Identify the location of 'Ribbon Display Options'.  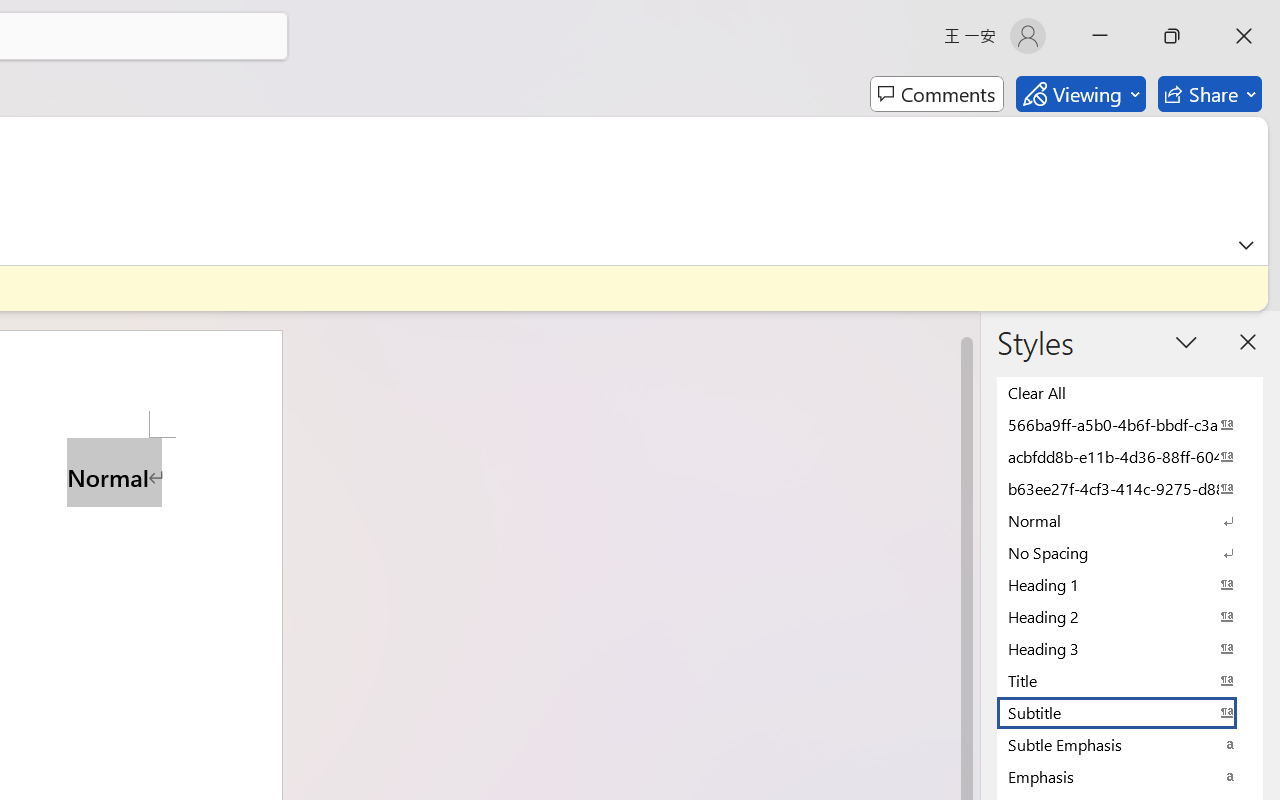
(1245, 244).